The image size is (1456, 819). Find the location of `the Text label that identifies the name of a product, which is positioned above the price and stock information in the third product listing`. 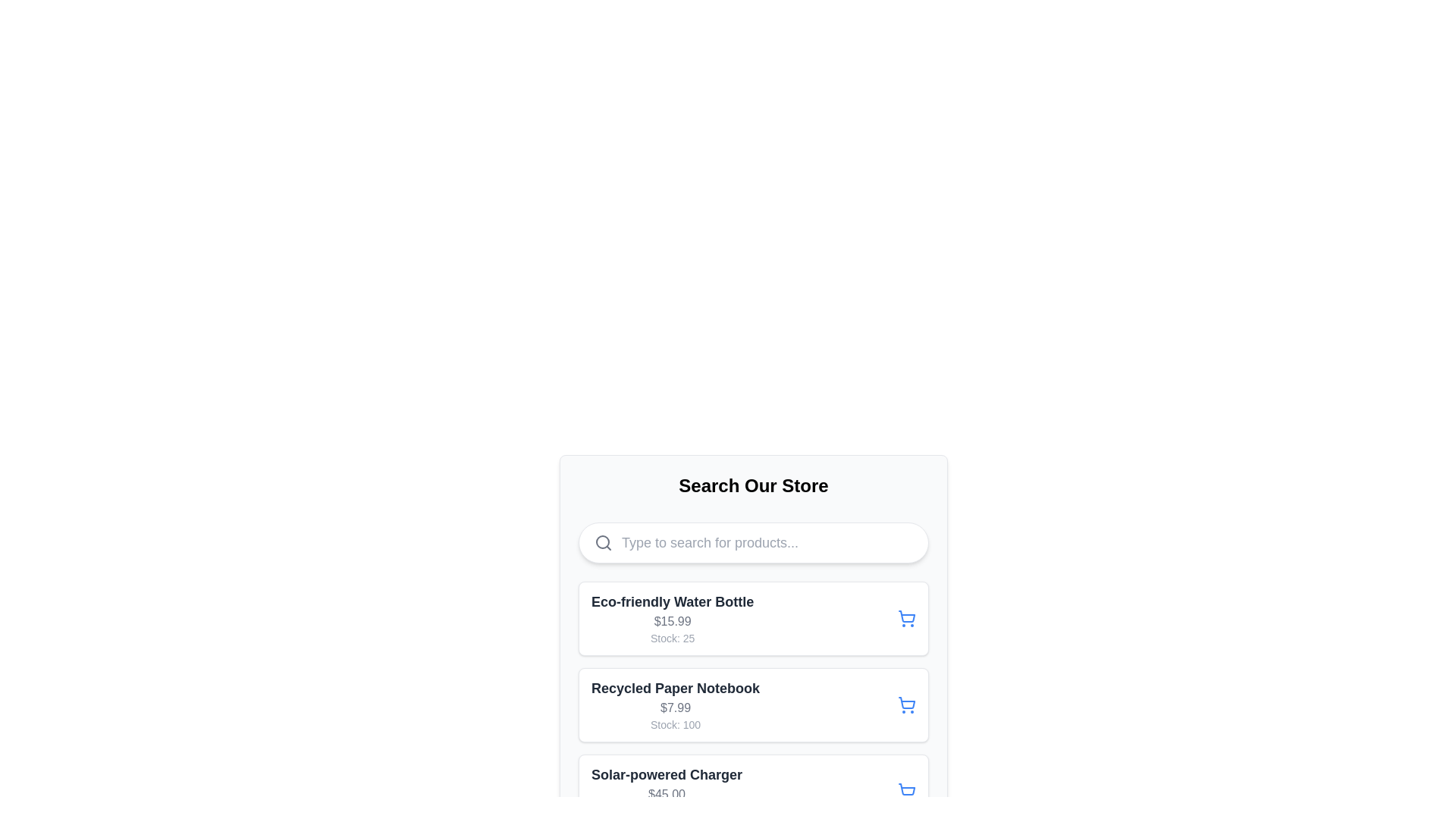

the Text label that identifies the name of a product, which is positioned above the price and stock information in the third product listing is located at coordinates (667, 775).